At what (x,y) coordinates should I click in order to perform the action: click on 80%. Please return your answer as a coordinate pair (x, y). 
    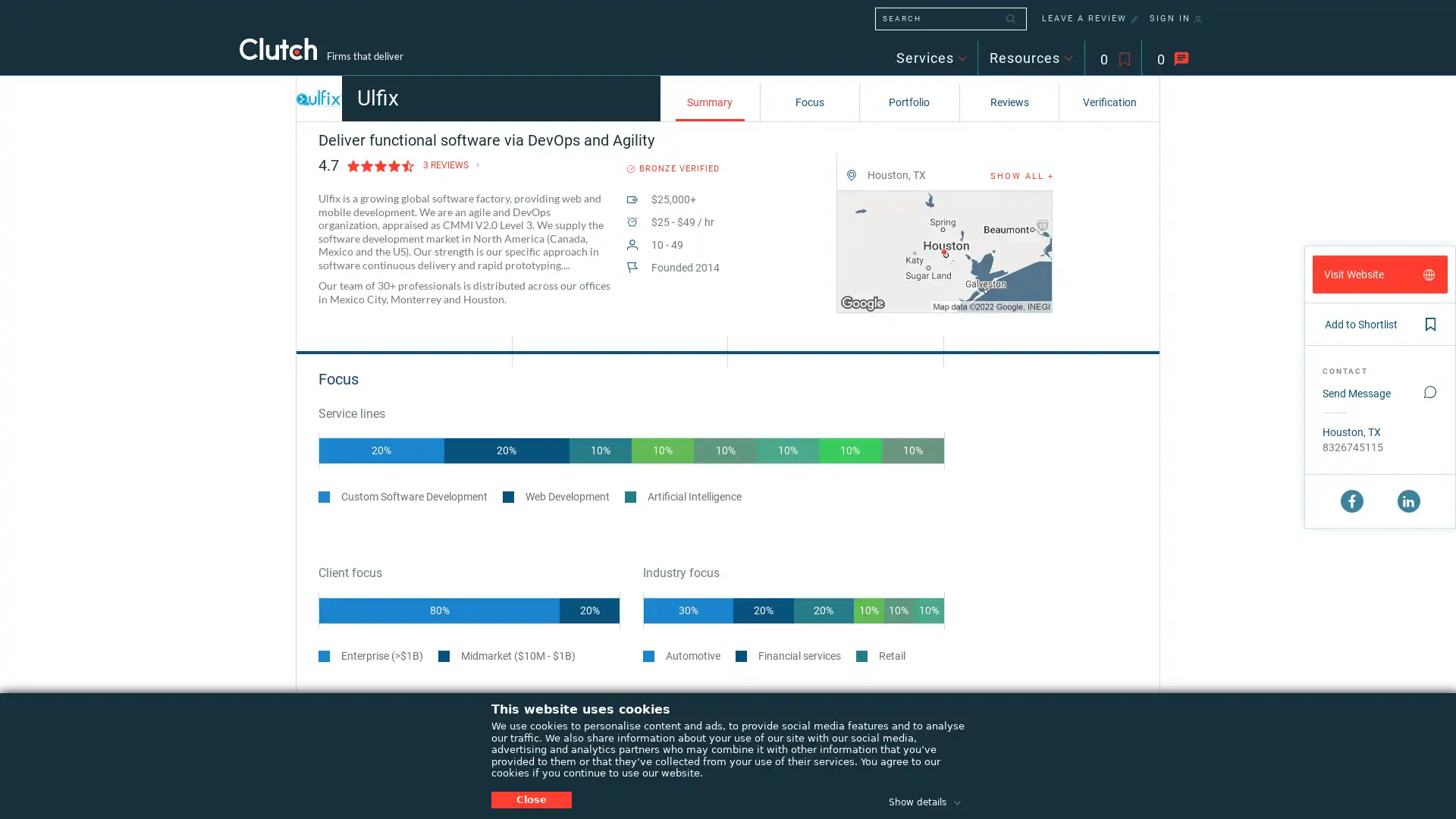
    Looking at the image, I should click on (438, 609).